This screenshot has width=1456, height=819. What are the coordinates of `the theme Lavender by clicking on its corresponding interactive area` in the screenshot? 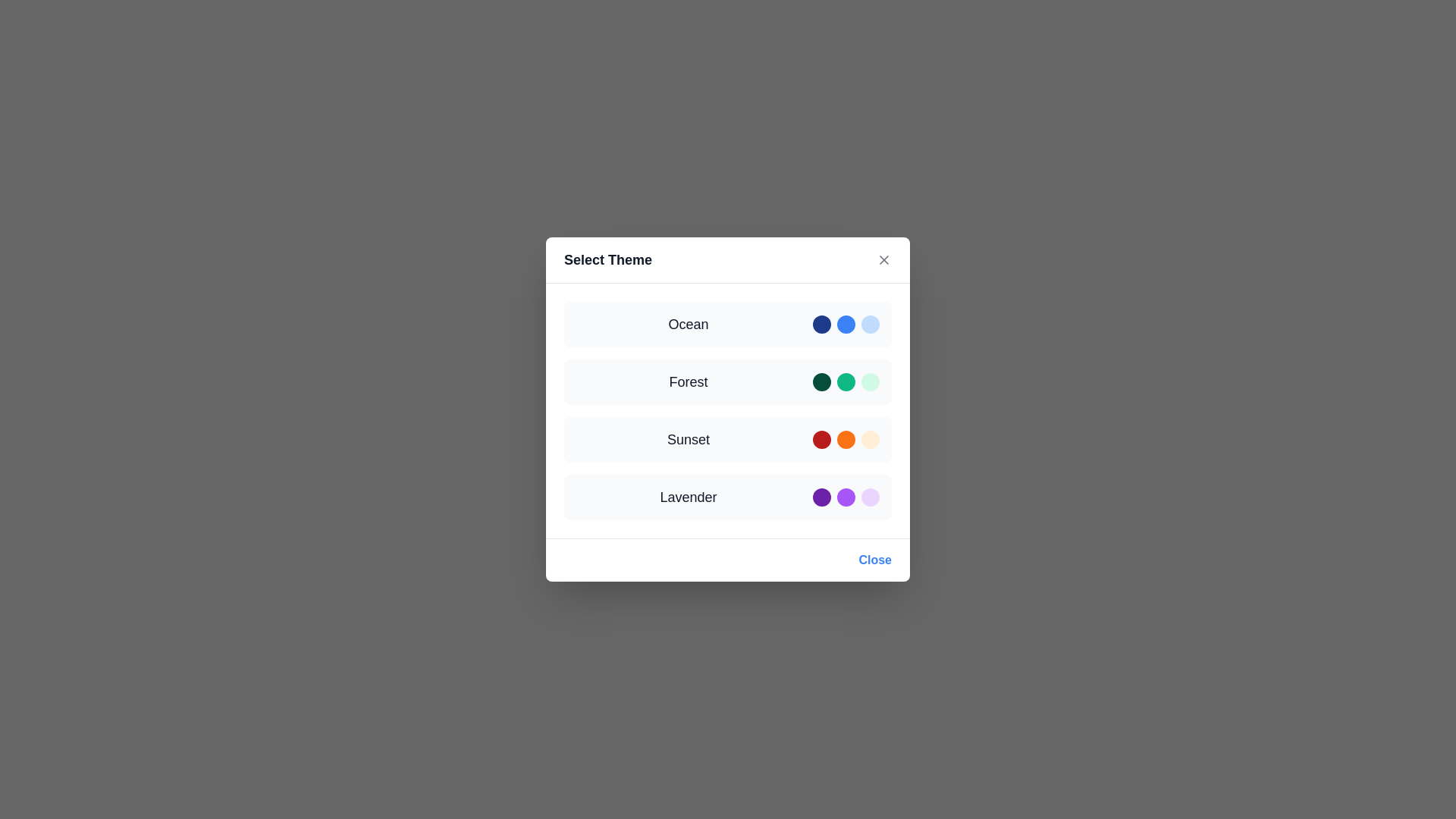 It's located at (728, 497).